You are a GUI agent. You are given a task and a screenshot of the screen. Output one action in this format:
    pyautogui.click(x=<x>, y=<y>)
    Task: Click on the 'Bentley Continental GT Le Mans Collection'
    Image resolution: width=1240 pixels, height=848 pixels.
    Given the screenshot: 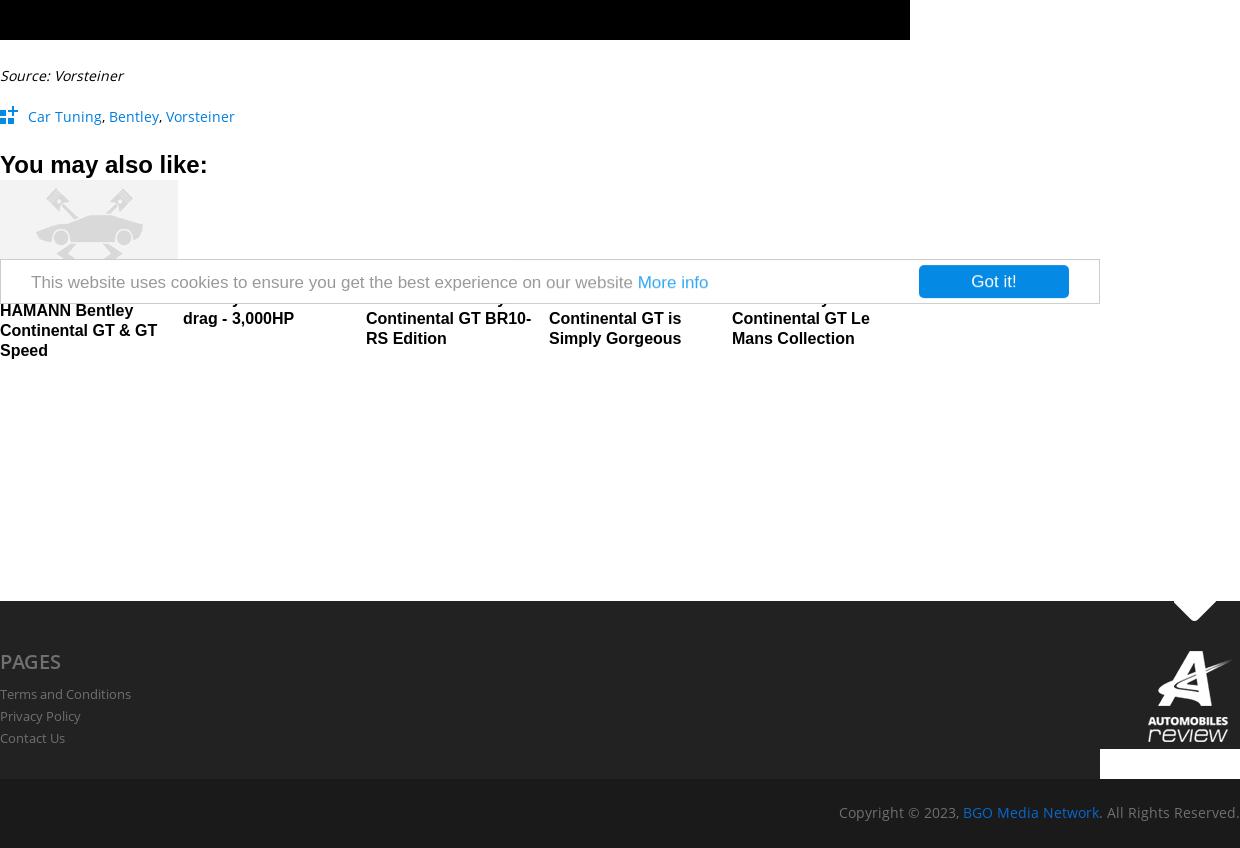 What is the action you would take?
    pyautogui.click(x=799, y=318)
    